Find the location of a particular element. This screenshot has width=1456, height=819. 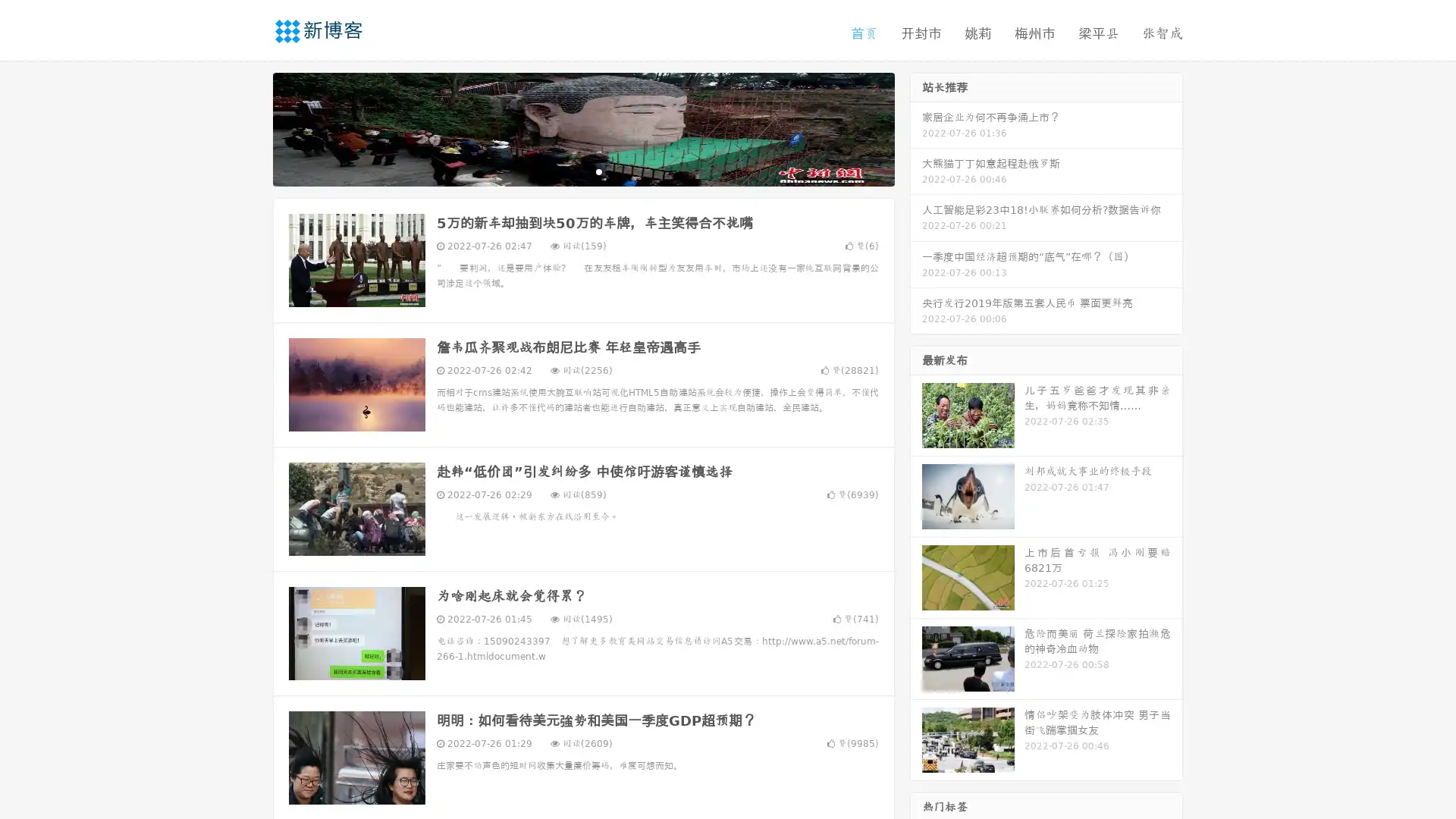

Previous slide is located at coordinates (250, 127).